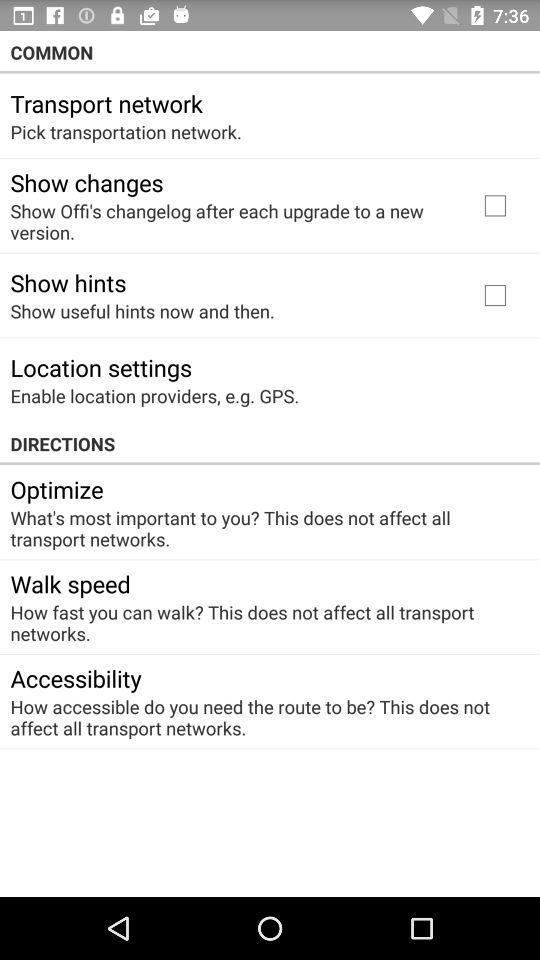 The width and height of the screenshot is (540, 960). What do you see at coordinates (230, 221) in the screenshot?
I see `item below the show changes icon` at bounding box center [230, 221].